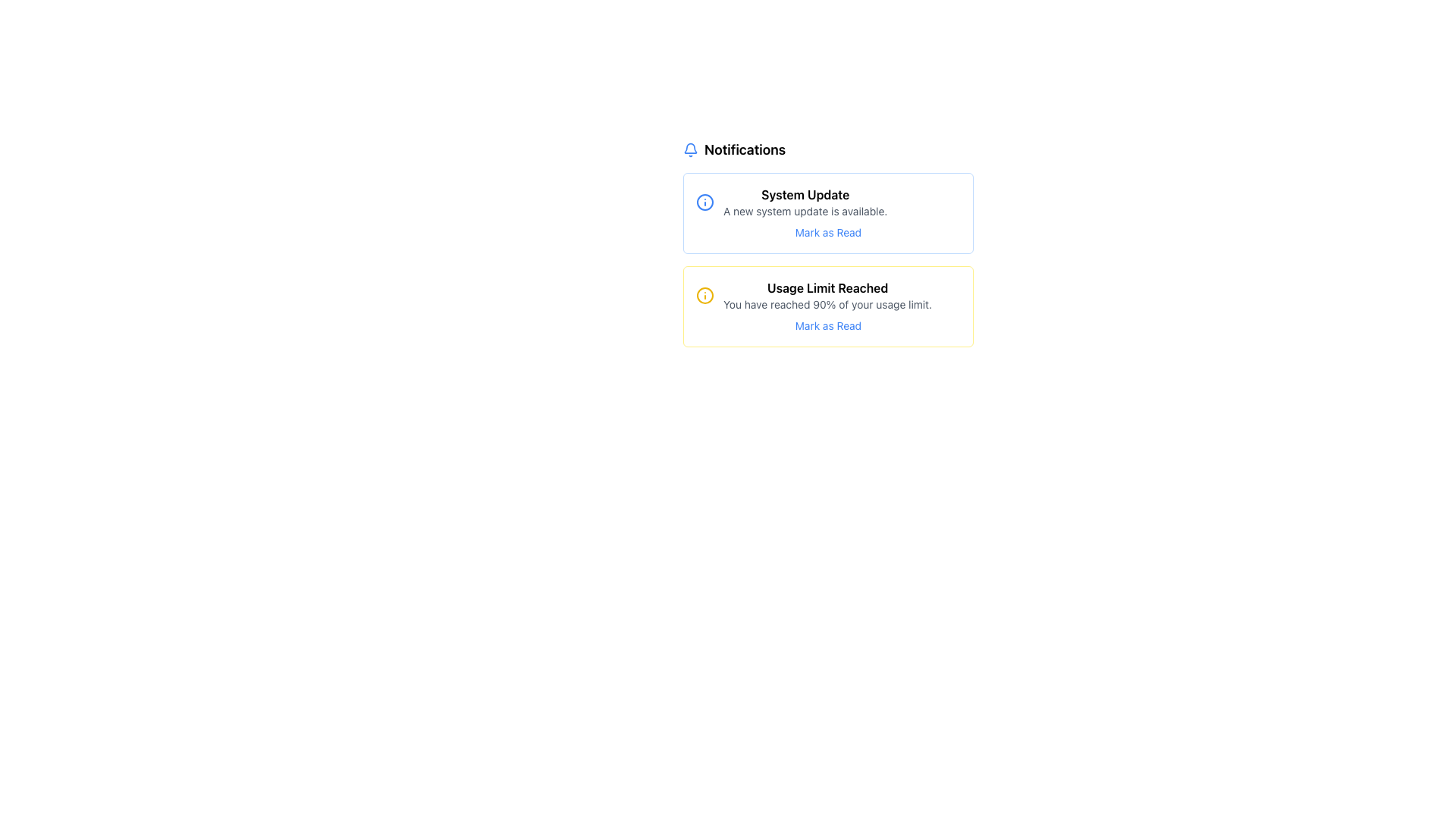 The height and width of the screenshot is (819, 1456). I want to click on the Decorative icon with a yellow outline and a vertical line, located in the 'Usage Limit Reached' notification box, so click(704, 295).